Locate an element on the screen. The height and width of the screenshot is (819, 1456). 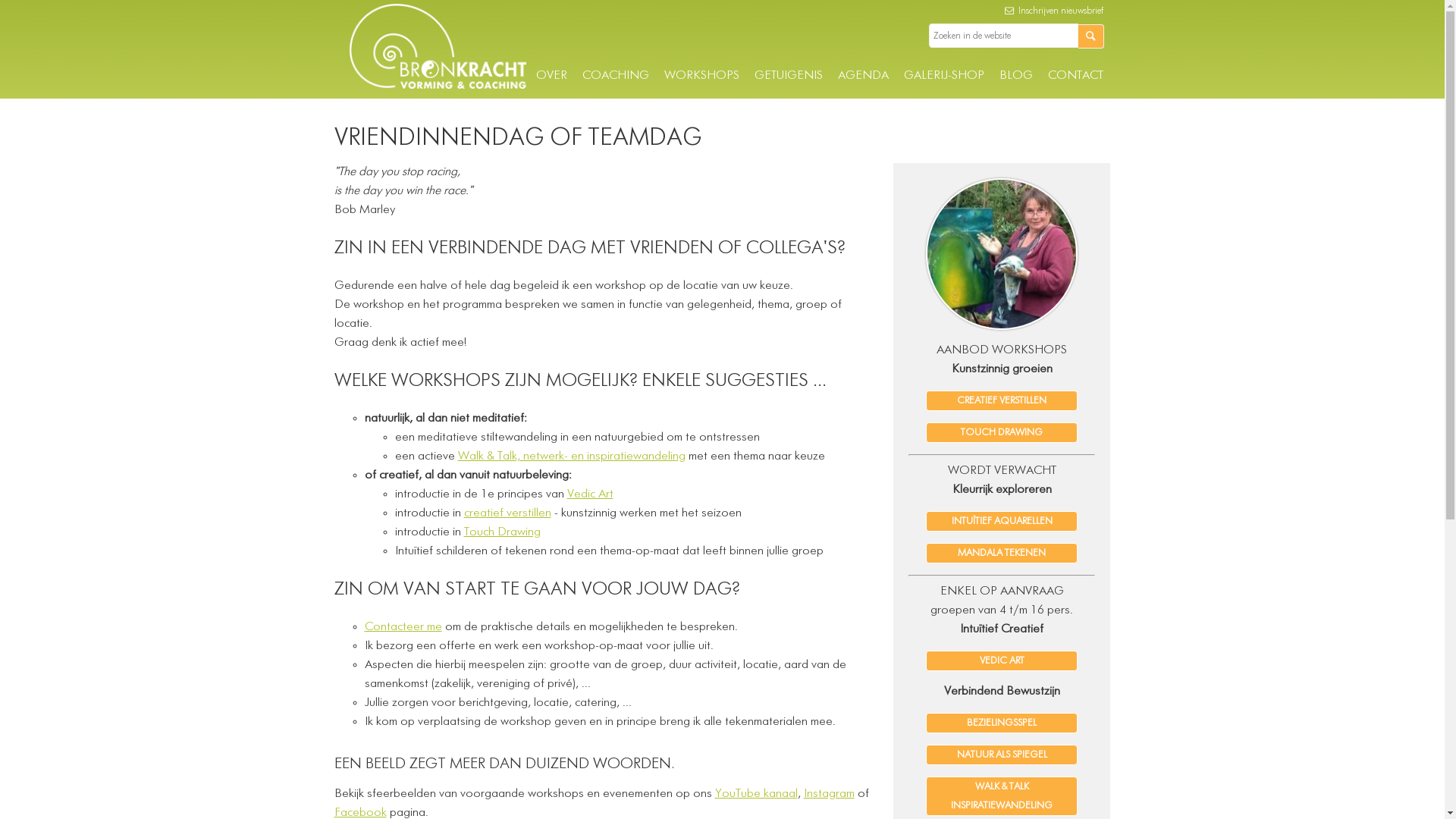
'CONTACT' is located at coordinates (1075, 76).